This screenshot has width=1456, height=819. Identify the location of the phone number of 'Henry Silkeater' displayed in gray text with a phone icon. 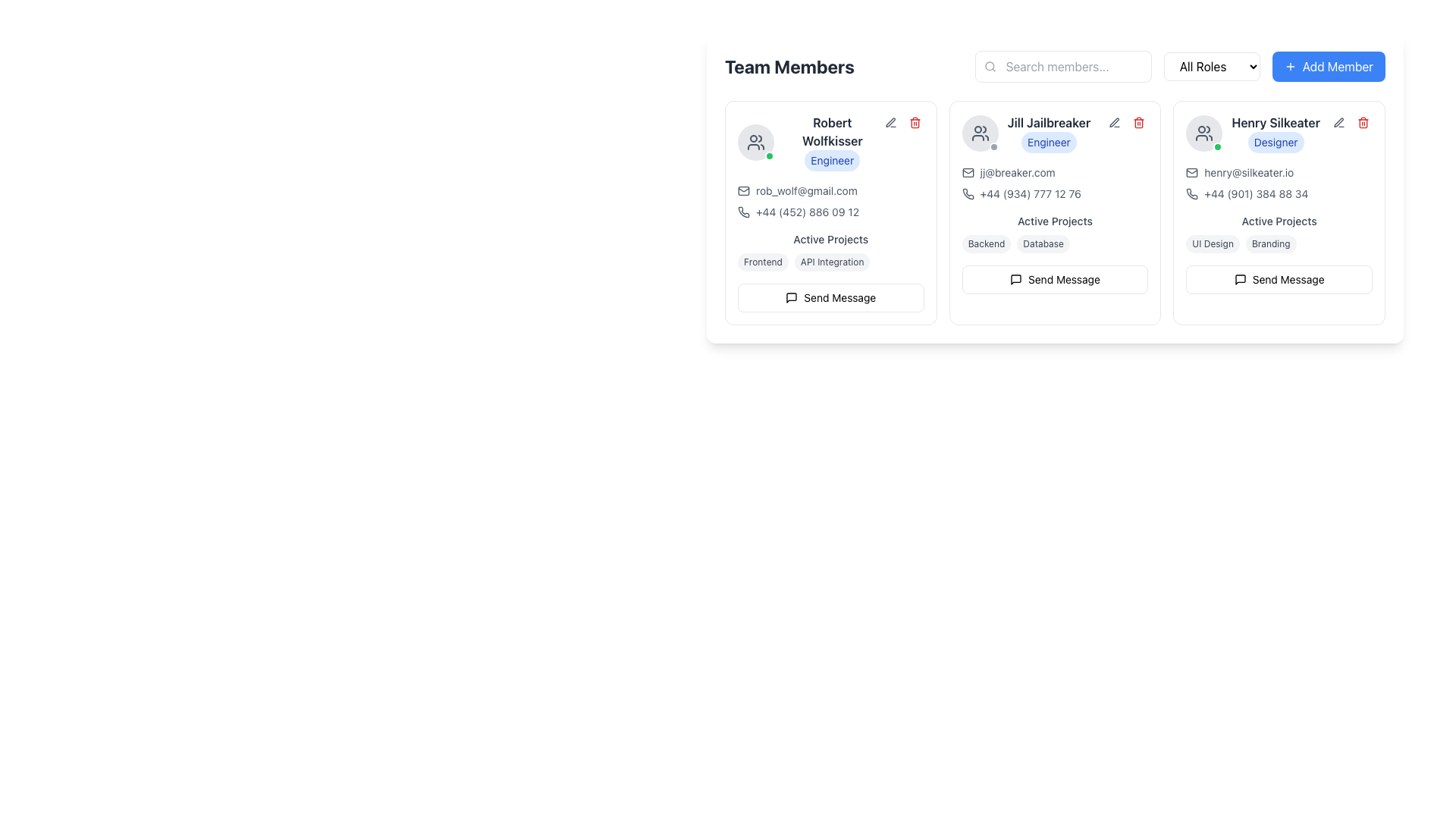
(1279, 193).